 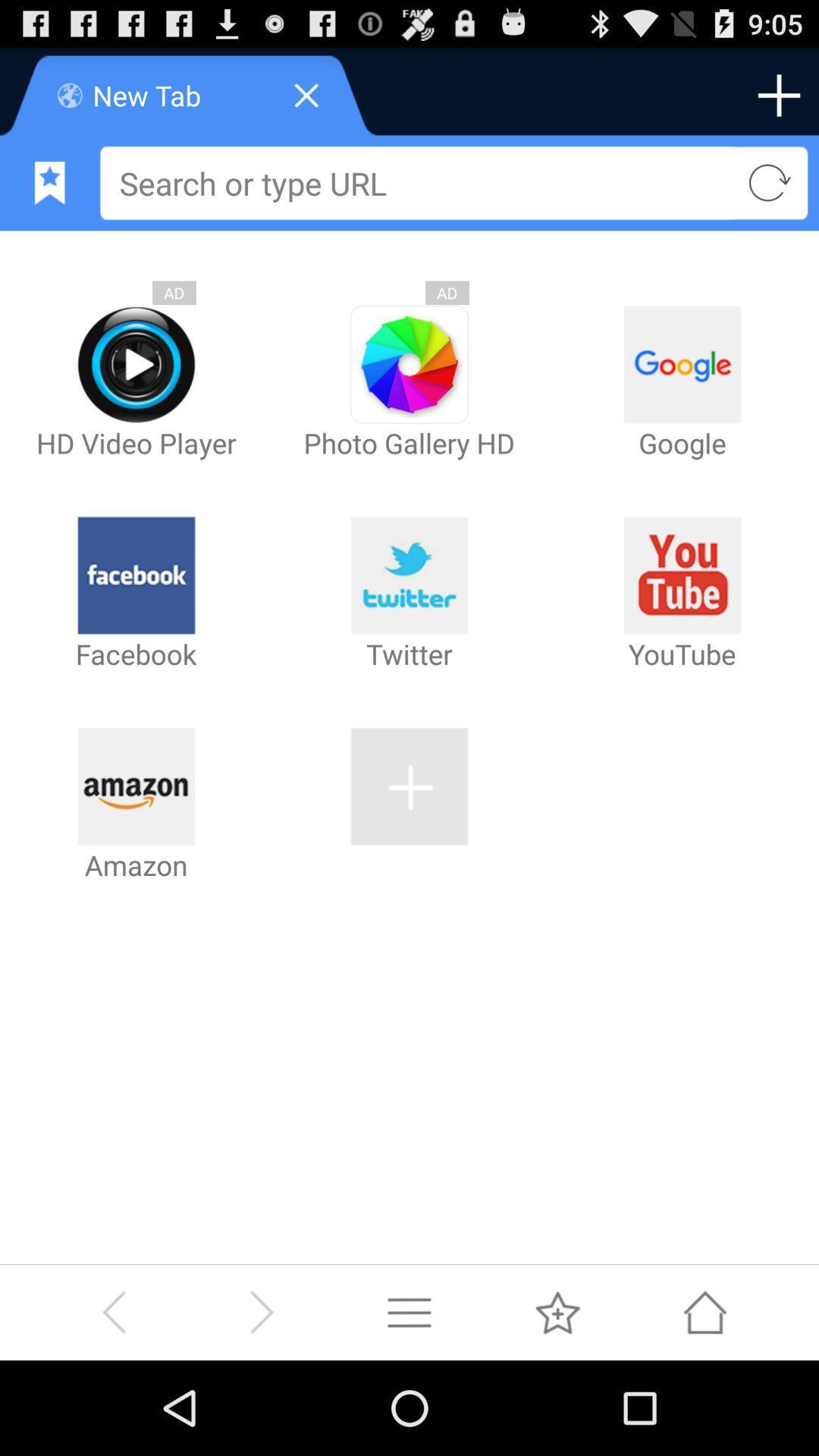 I want to click on the menu icon, so click(x=409, y=1404).